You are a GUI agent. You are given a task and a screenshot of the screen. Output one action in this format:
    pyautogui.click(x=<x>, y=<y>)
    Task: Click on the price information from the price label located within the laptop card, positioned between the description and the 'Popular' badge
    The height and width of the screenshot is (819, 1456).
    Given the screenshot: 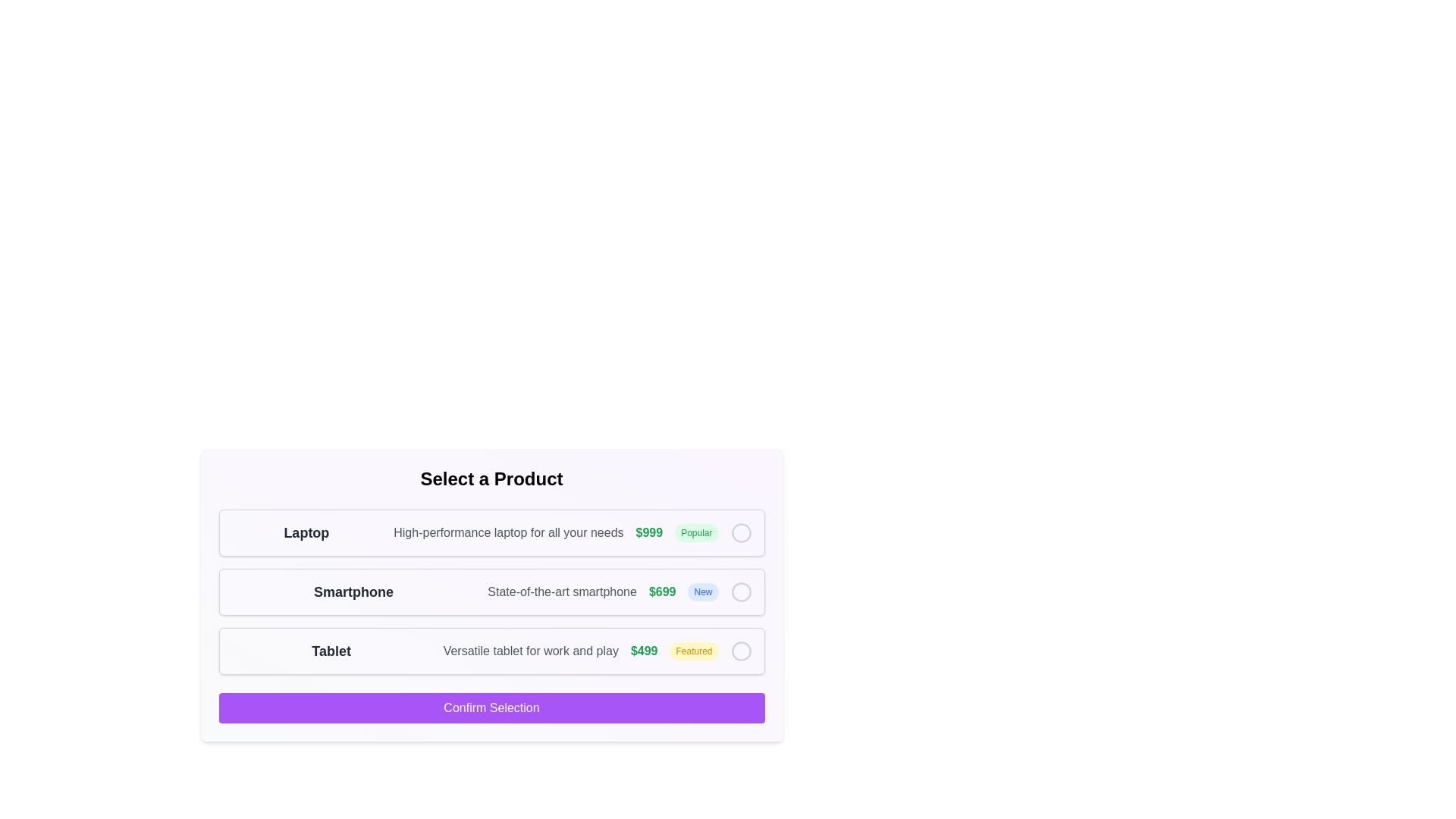 What is the action you would take?
    pyautogui.click(x=649, y=532)
    